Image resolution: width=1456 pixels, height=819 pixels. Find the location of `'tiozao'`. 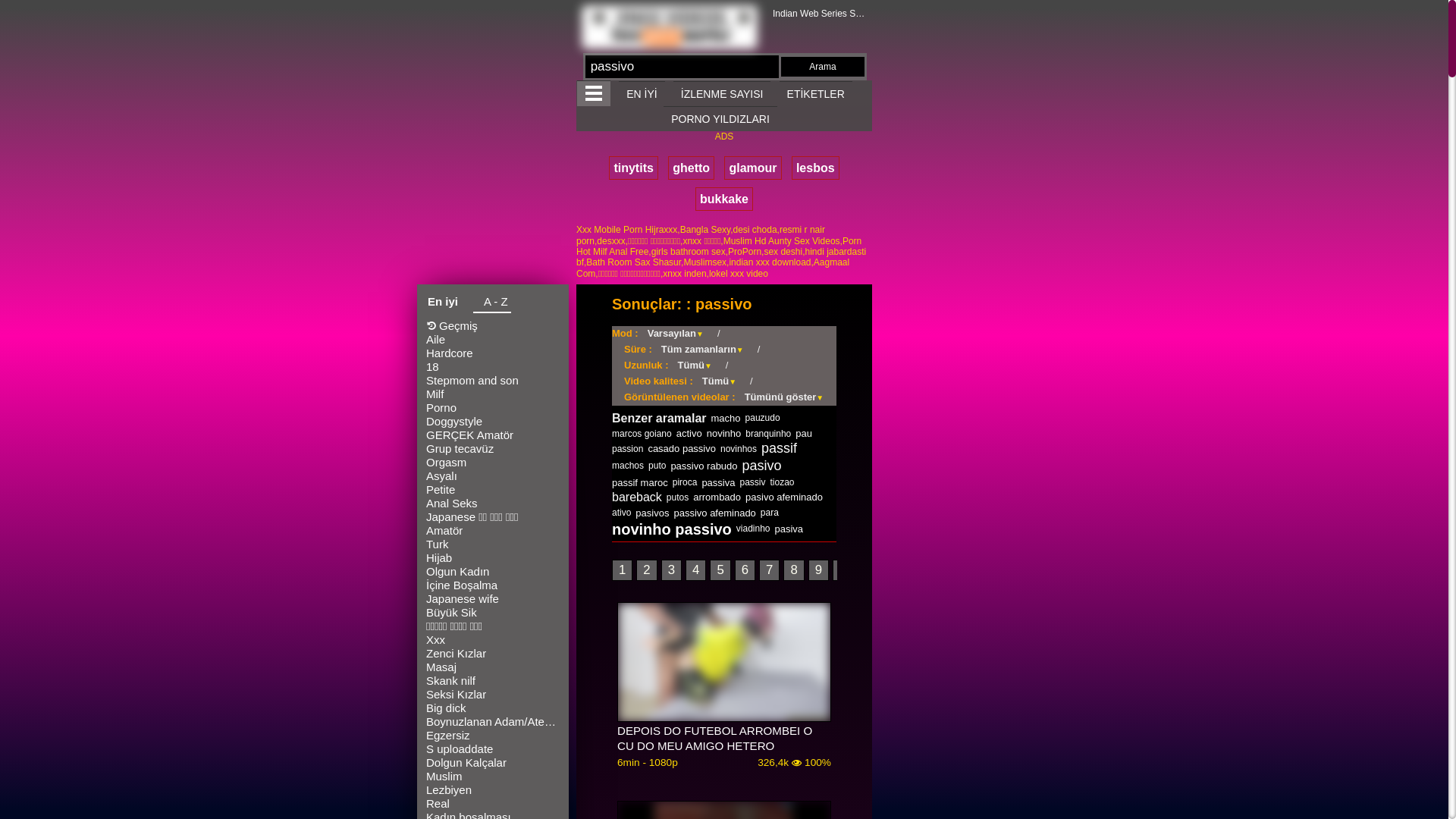

'tiozao' is located at coordinates (782, 482).